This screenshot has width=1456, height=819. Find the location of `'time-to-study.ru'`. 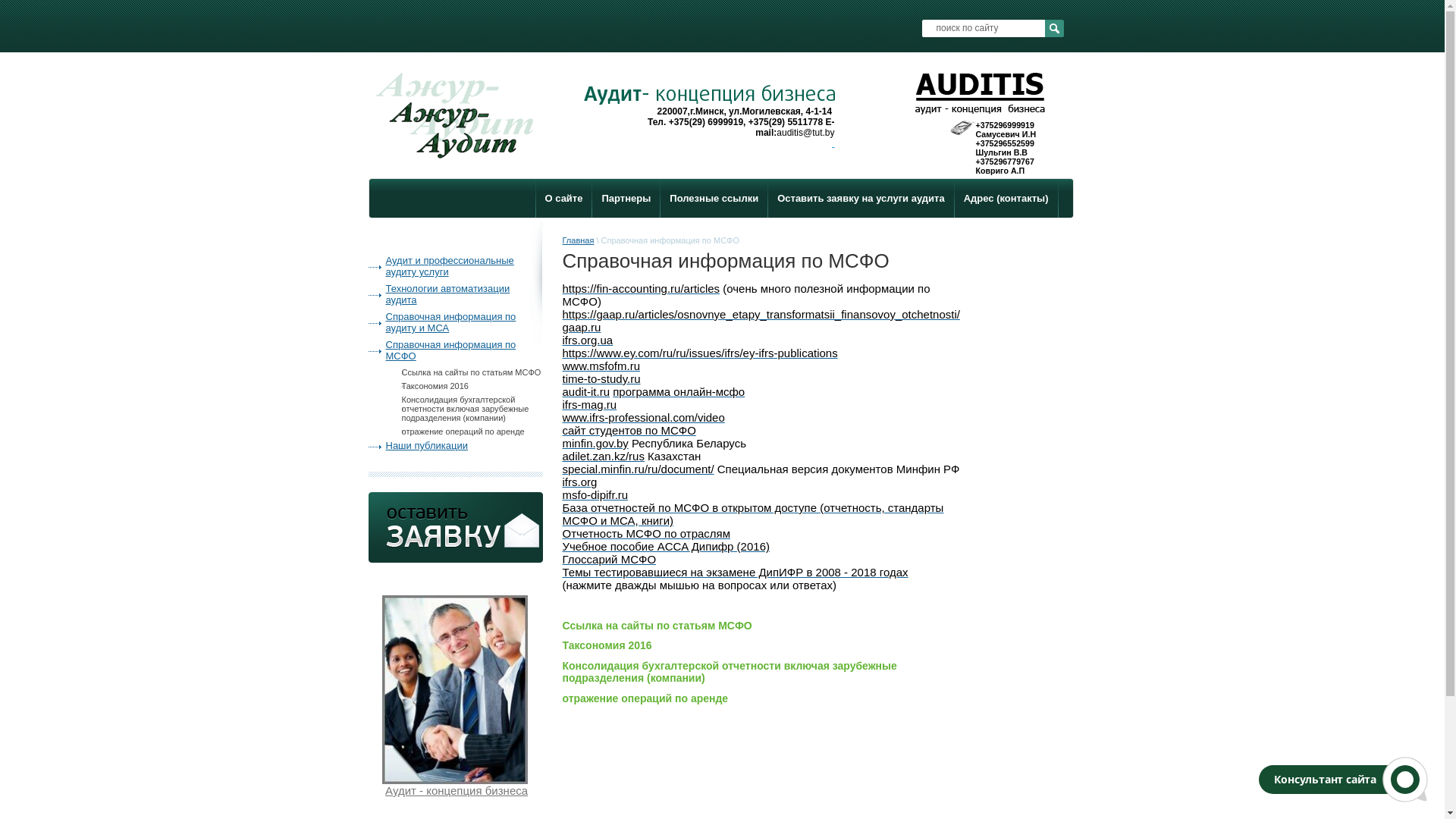

'time-to-study.ru' is located at coordinates (562, 378).